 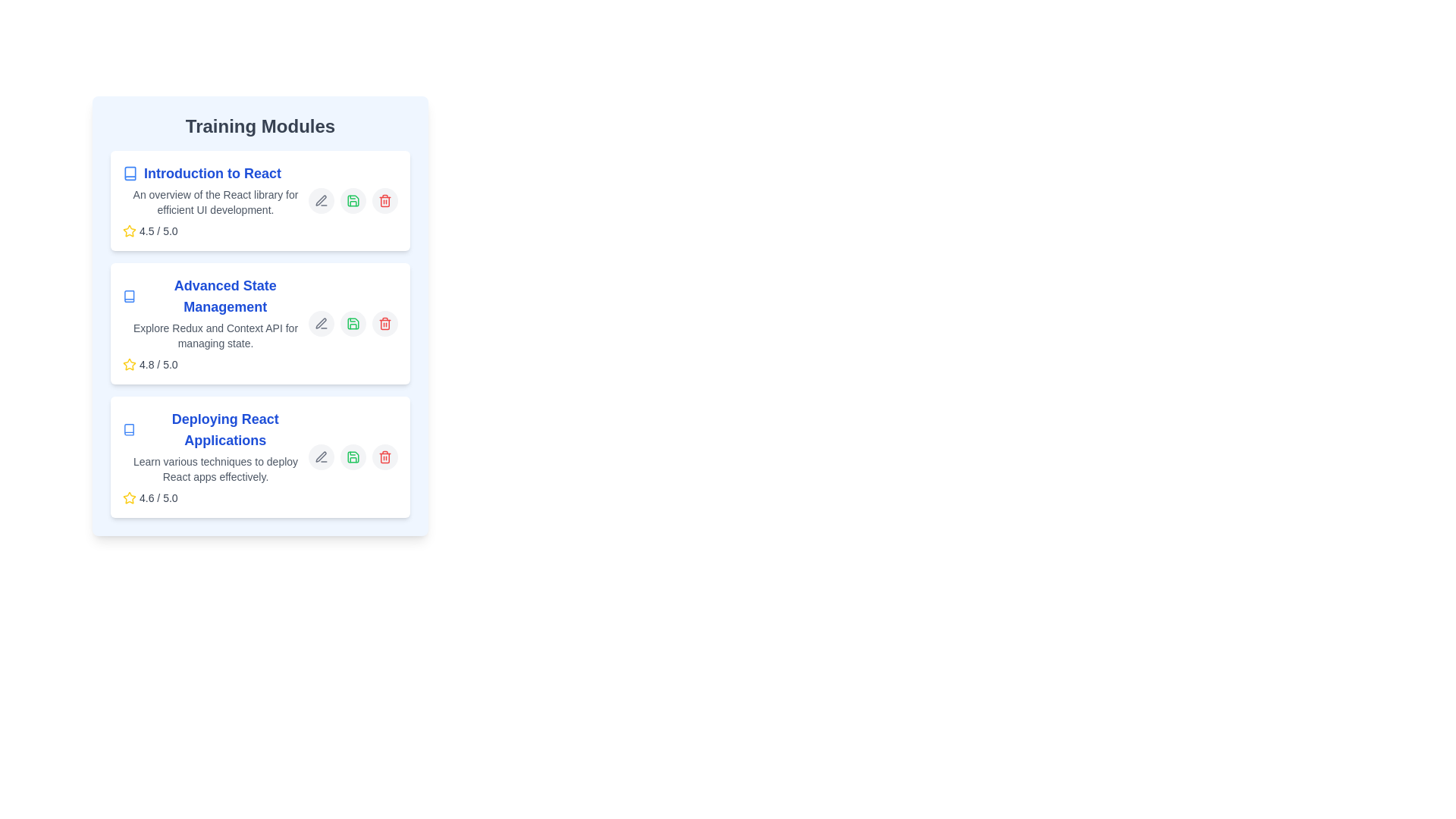 I want to click on the text label reading '4.6 / 5.0' located in the rating display section of the third card titled 'Deploying React Applications', so click(x=158, y=497).